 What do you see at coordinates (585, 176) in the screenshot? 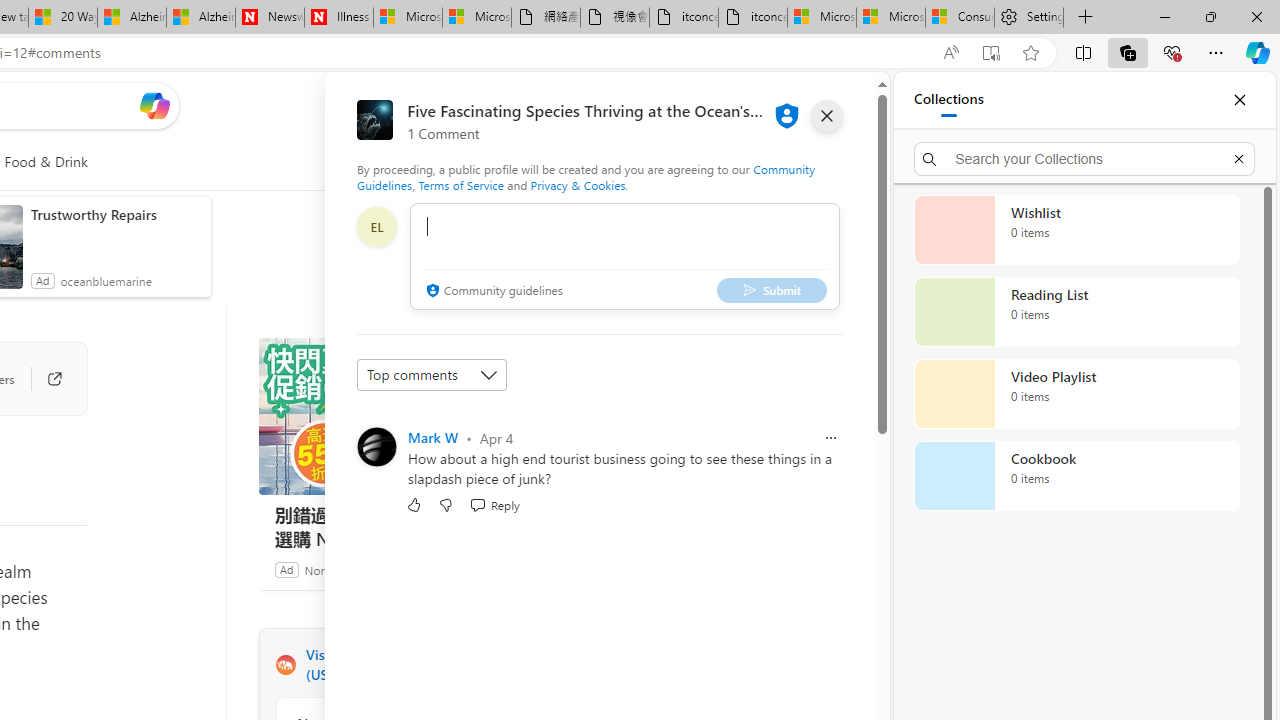
I see `'Community Guidelines'` at bounding box center [585, 176].